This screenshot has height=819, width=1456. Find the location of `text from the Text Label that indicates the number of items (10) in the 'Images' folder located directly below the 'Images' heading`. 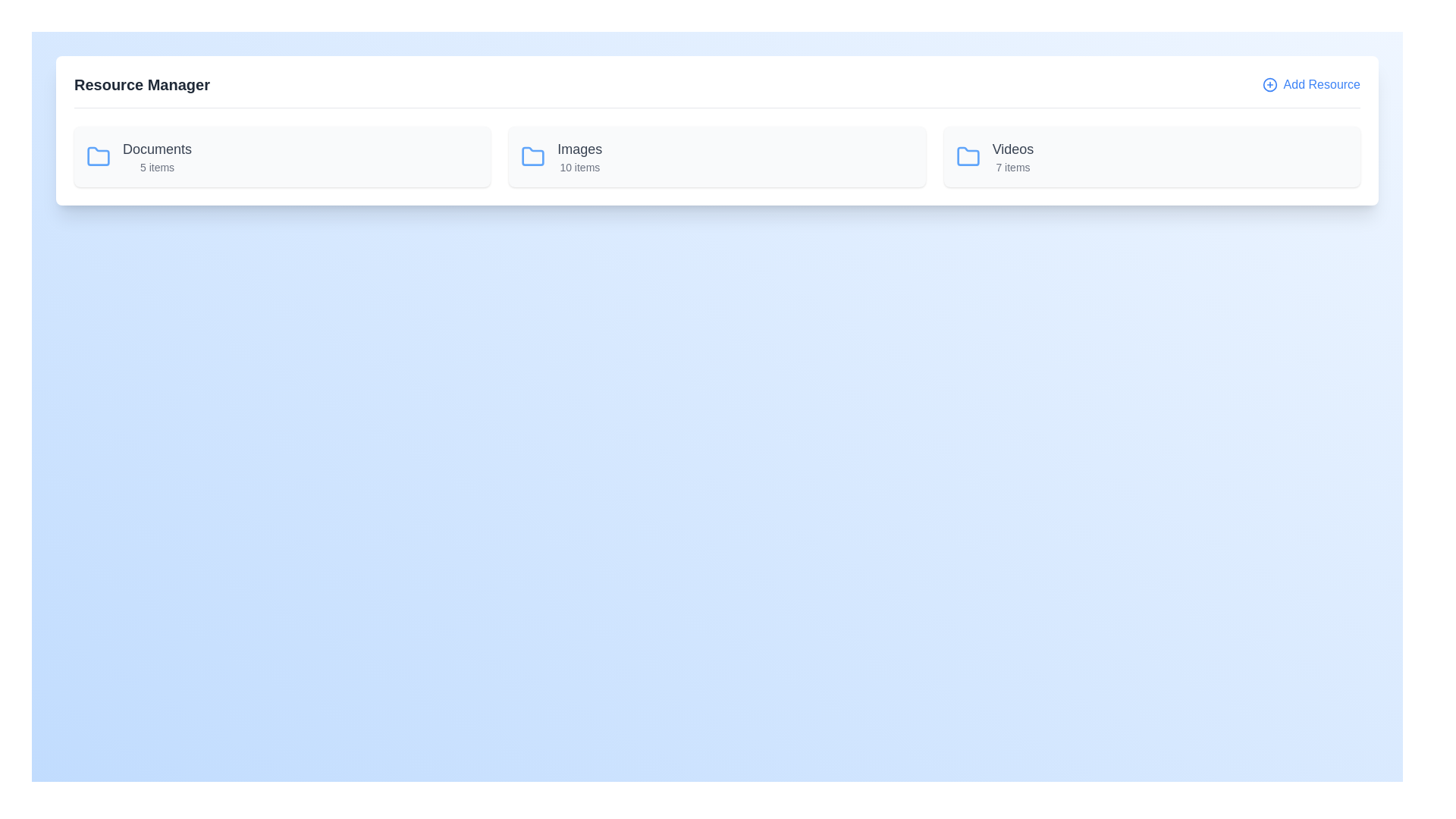

text from the Text Label that indicates the number of items (10) in the 'Images' folder located directly below the 'Images' heading is located at coordinates (579, 167).